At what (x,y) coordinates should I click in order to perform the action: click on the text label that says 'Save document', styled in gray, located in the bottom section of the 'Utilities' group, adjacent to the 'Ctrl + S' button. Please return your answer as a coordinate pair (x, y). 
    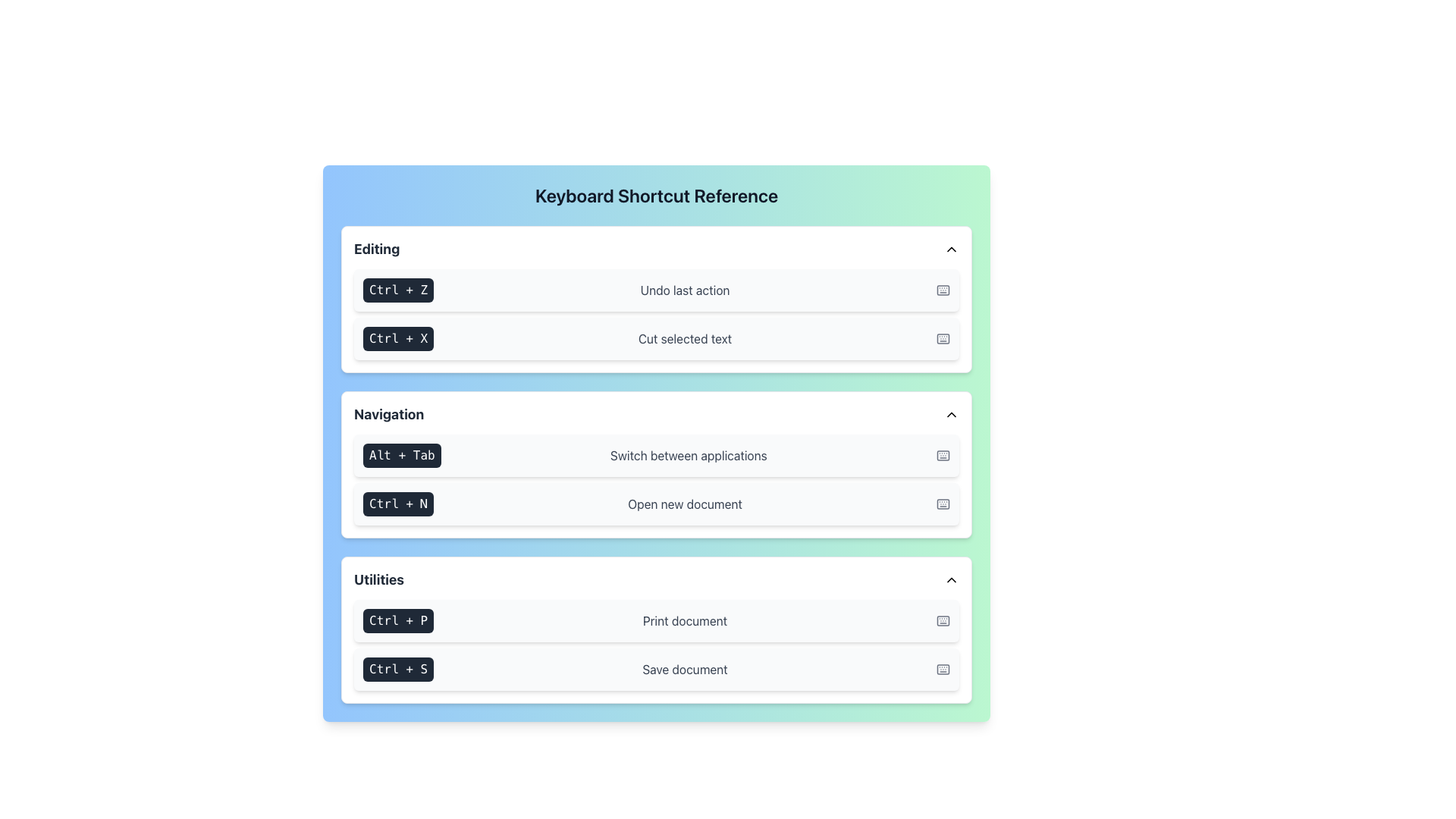
    Looking at the image, I should click on (684, 669).